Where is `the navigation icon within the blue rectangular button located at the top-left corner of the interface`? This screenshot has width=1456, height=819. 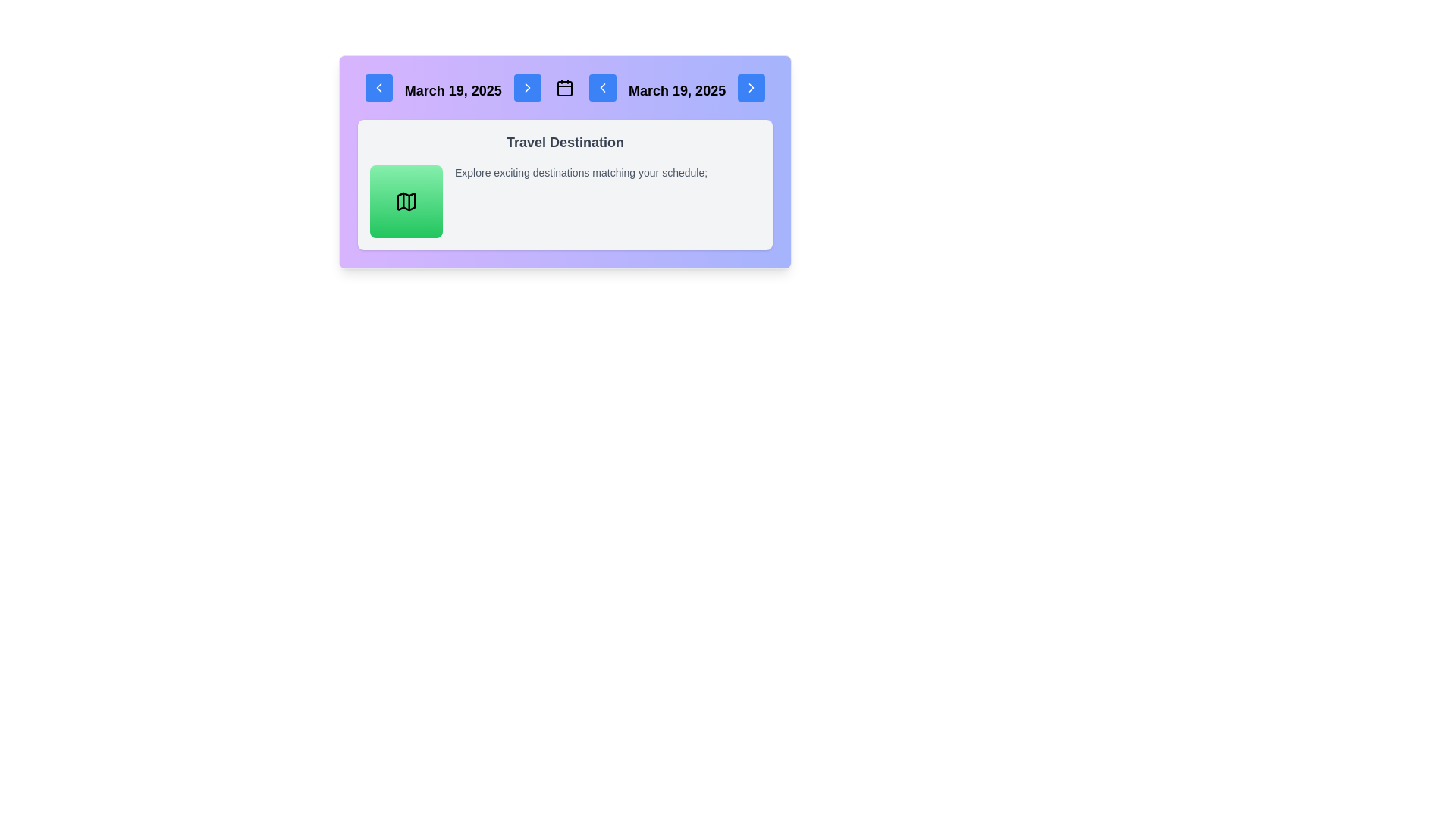 the navigation icon within the blue rectangular button located at the top-left corner of the interface is located at coordinates (378, 87).